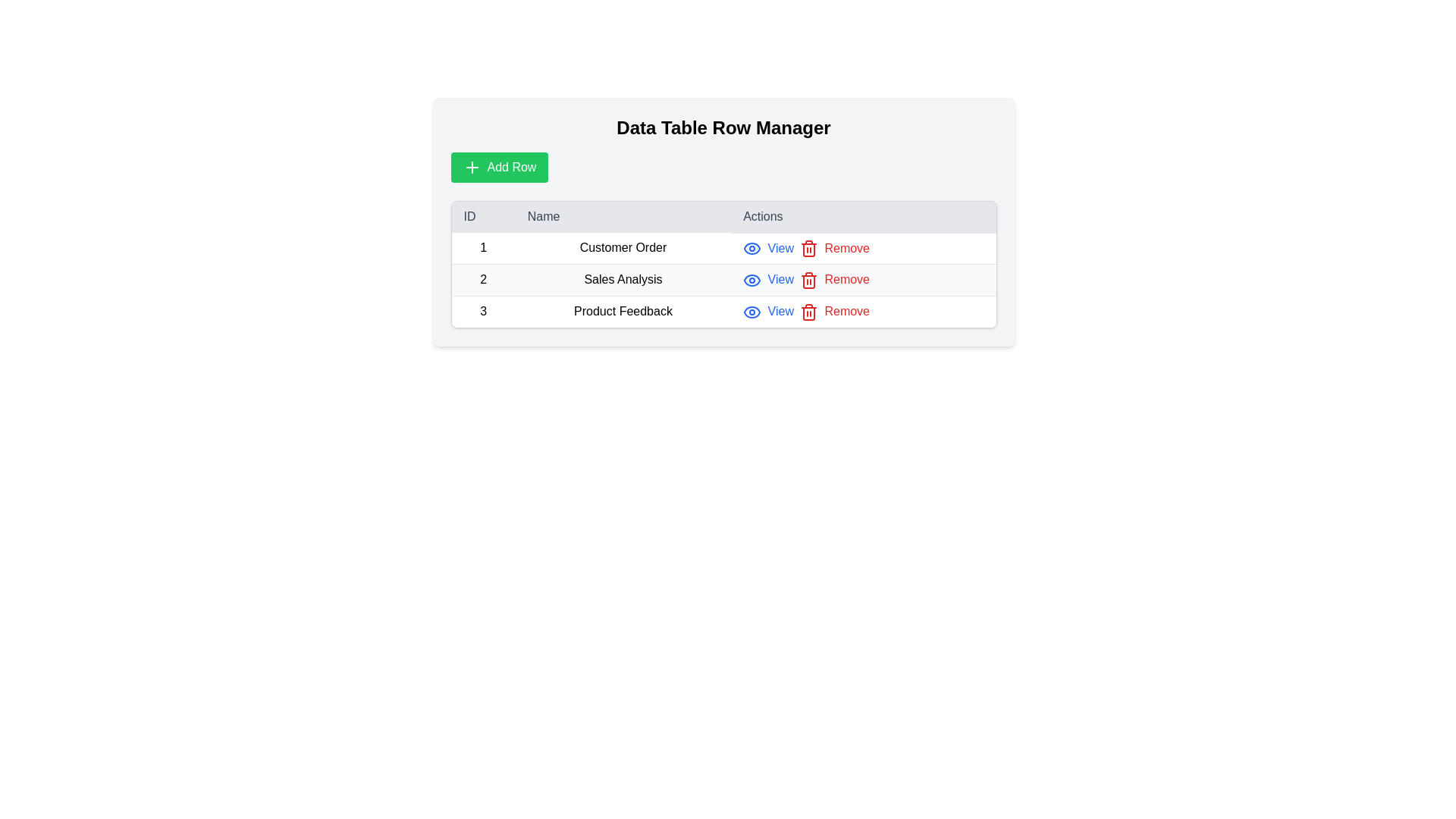 The image size is (1456, 819). What do you see at coordinates (723, 263) in the screenshot?
I see `the blue 'View' link in the structured table labeled 'Data Table Row Manager'` at bounding box center [723, 263].